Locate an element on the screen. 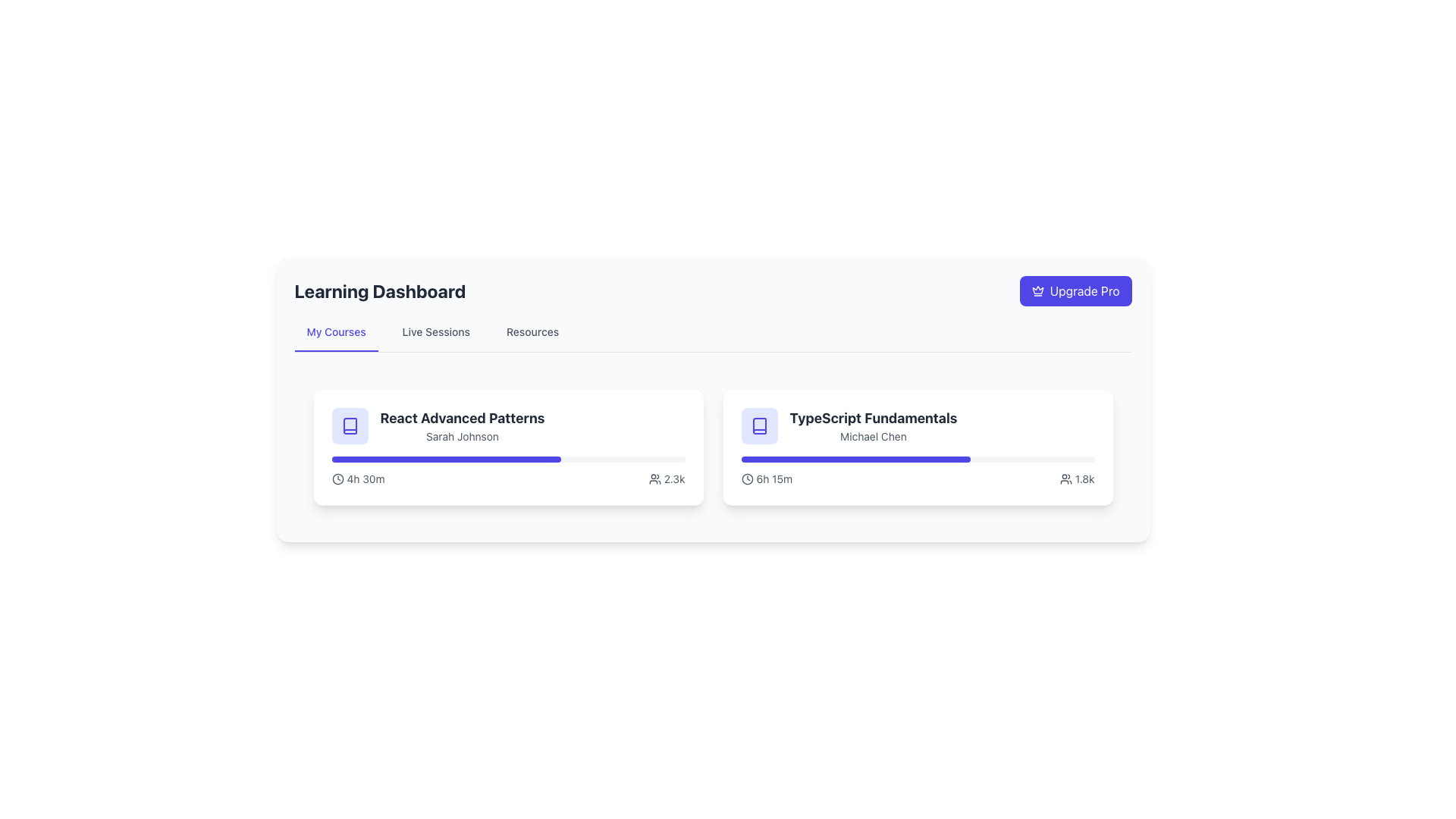 The width and height of the screenshot is (1456, 819). the square-shaped icon with a light indigo background and a book-like outline, located on the left side of the course titled 'React Advanced Patterns' by Sarah Johnson is located at coordinates (349, 426).